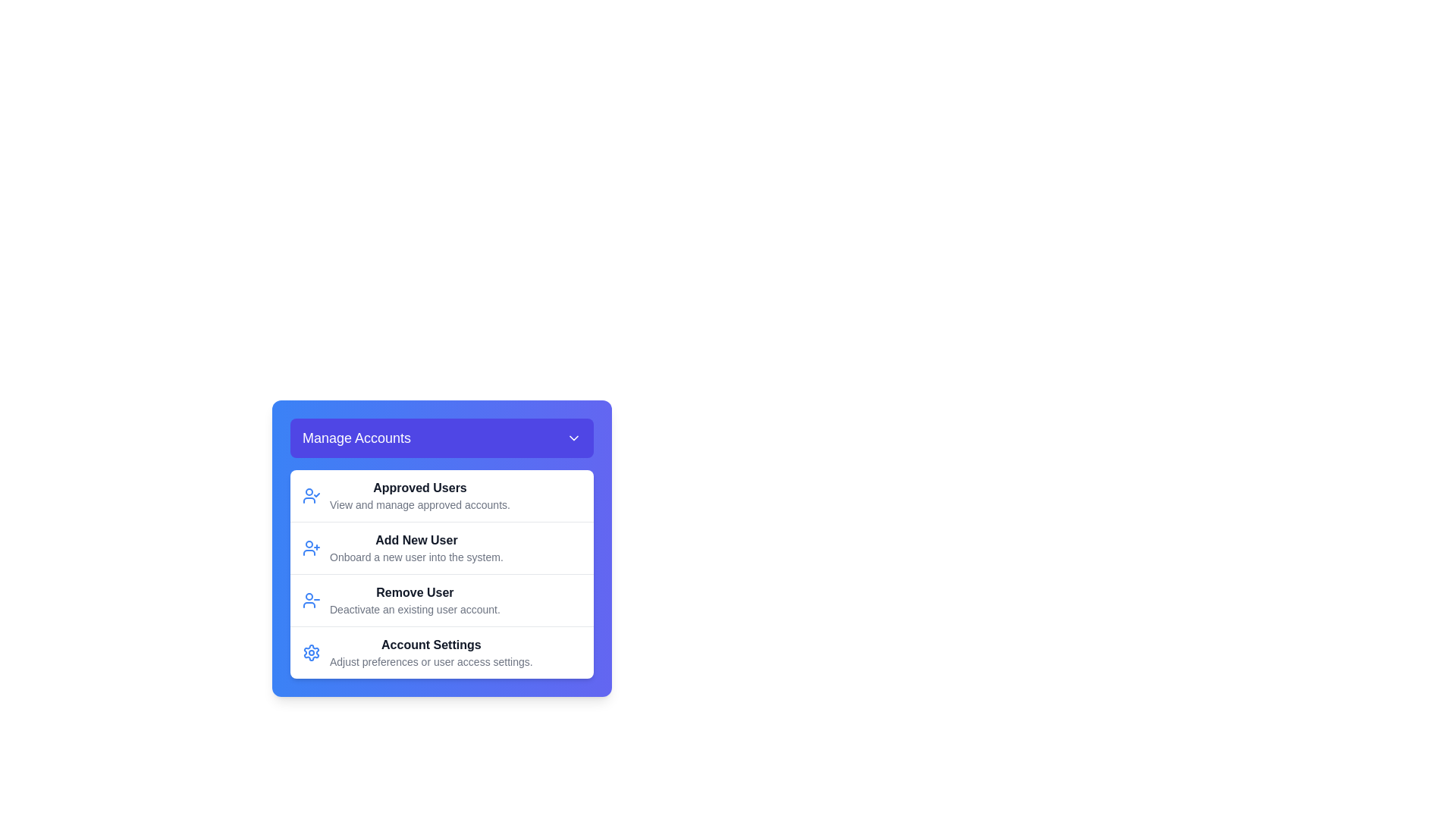 The height and width of the screenshot is (819, 1456). What do you see at coordinates (311, 548) in the screenshot?
I see `the 'Add New User' icon, which is located to the left of the 'Add New User' button in the 'Manage Accounts' dropdown menu` at bounding box center [311, 548].